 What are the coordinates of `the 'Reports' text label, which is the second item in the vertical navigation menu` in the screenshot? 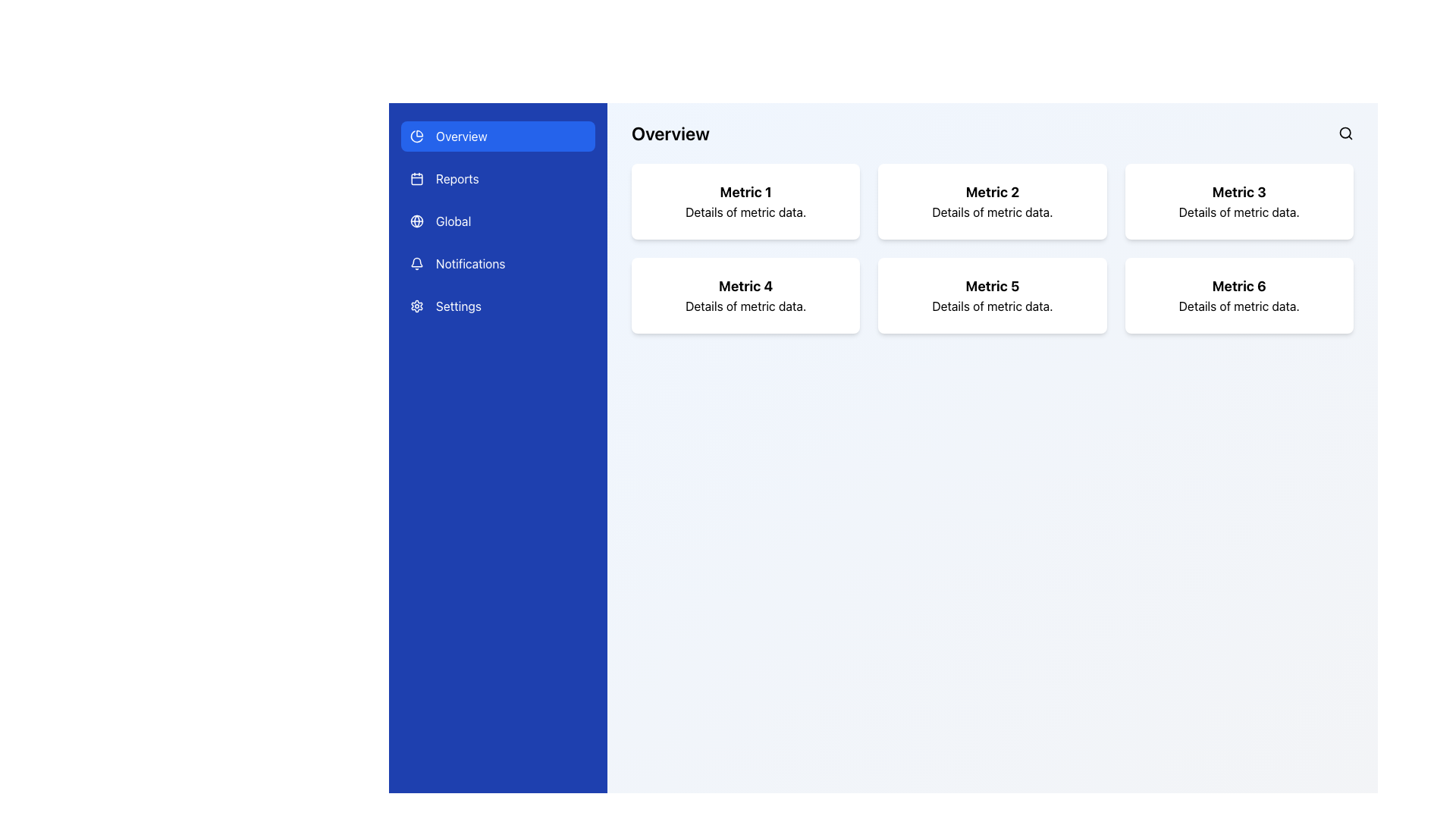 It's located at (457, 177).